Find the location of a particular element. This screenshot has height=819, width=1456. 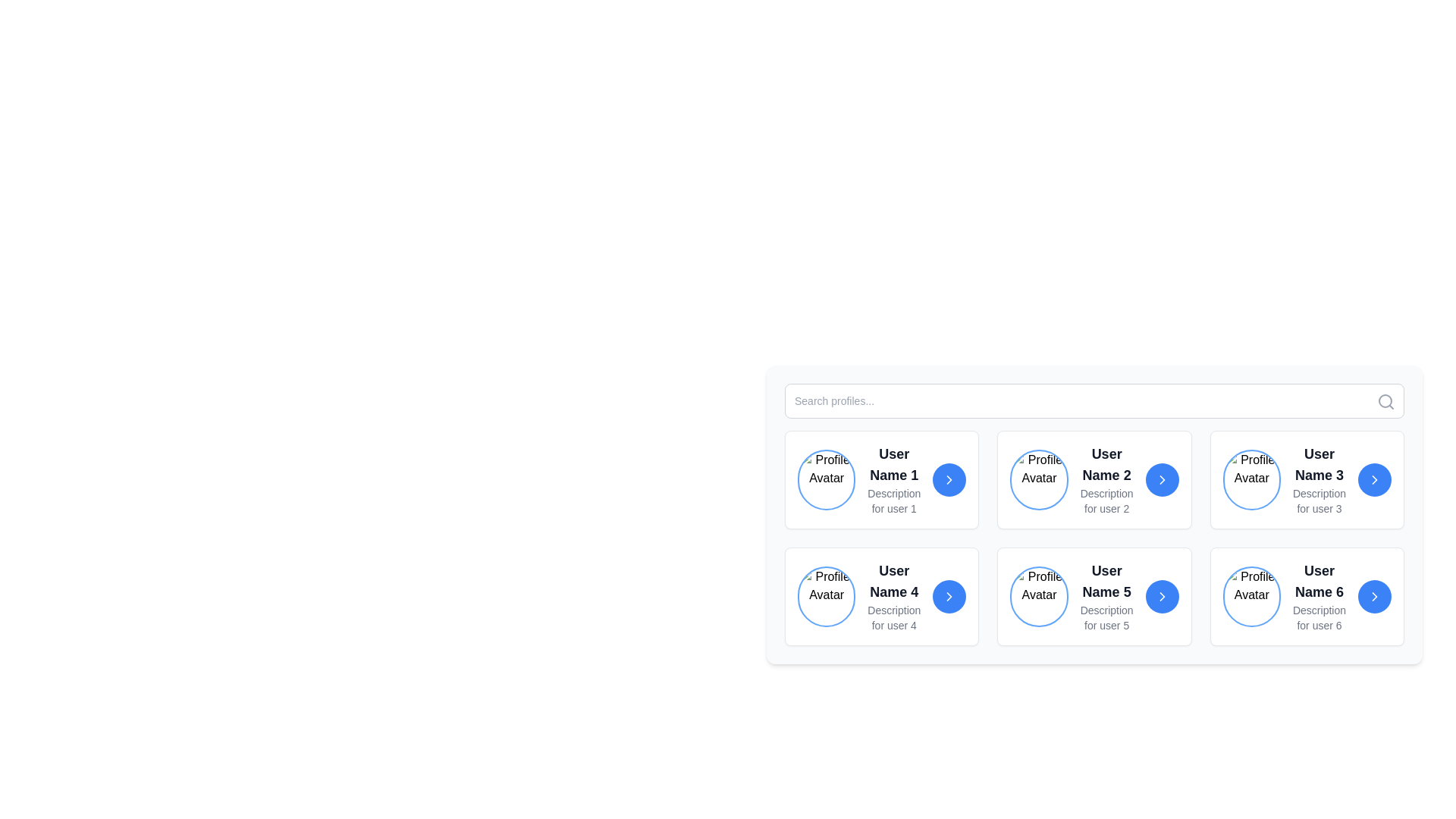

the button located at the bottom-right corner of the card for 'User Name 6' is located at coordinates (1375, 595).